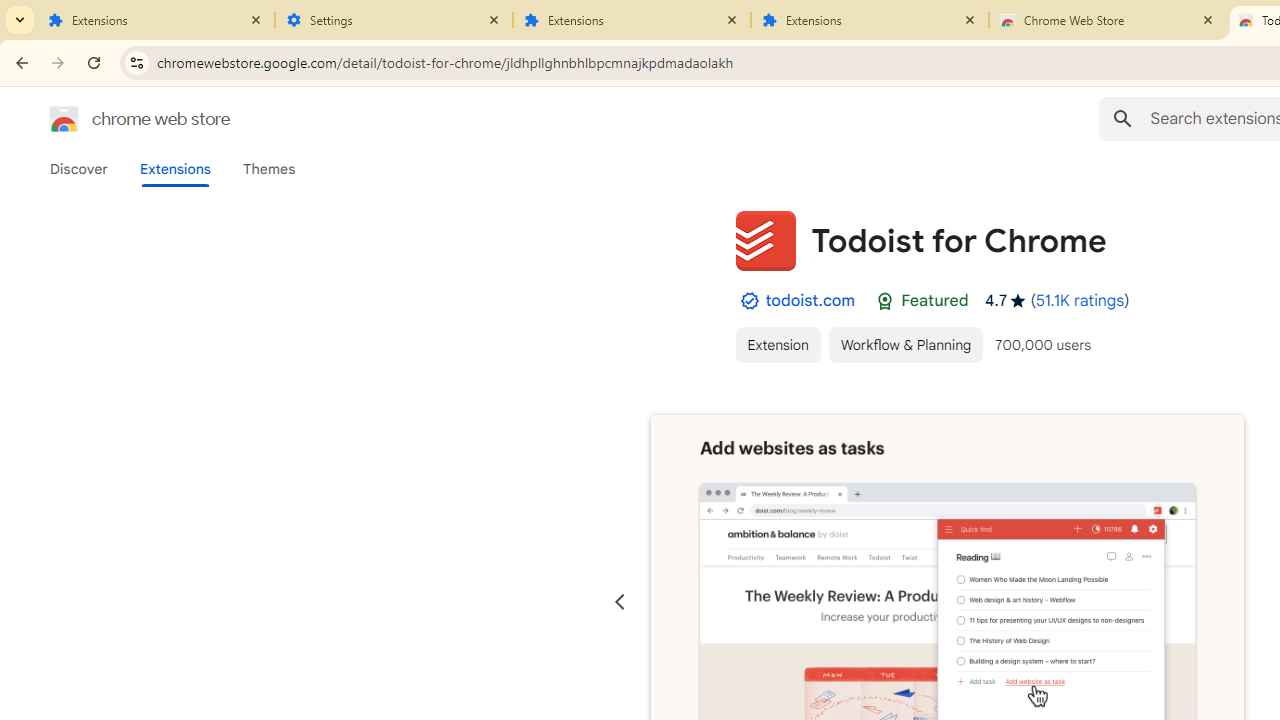  What do you see at coordinates (884, 301) in the screenshot?
I see `'Featured Badge'` at bounding box center [884, 301].